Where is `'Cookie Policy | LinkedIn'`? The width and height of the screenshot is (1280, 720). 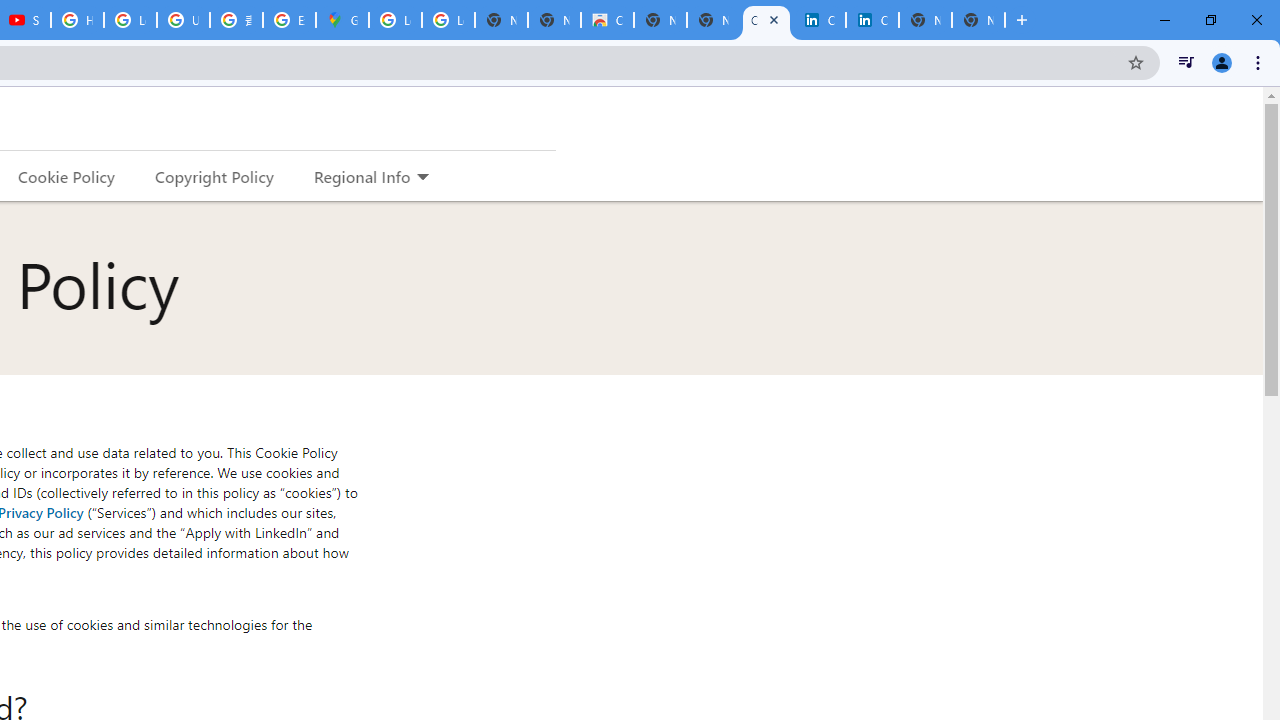
'Cookie Policy | LinkedIn' is located at coordinates (819, 20).